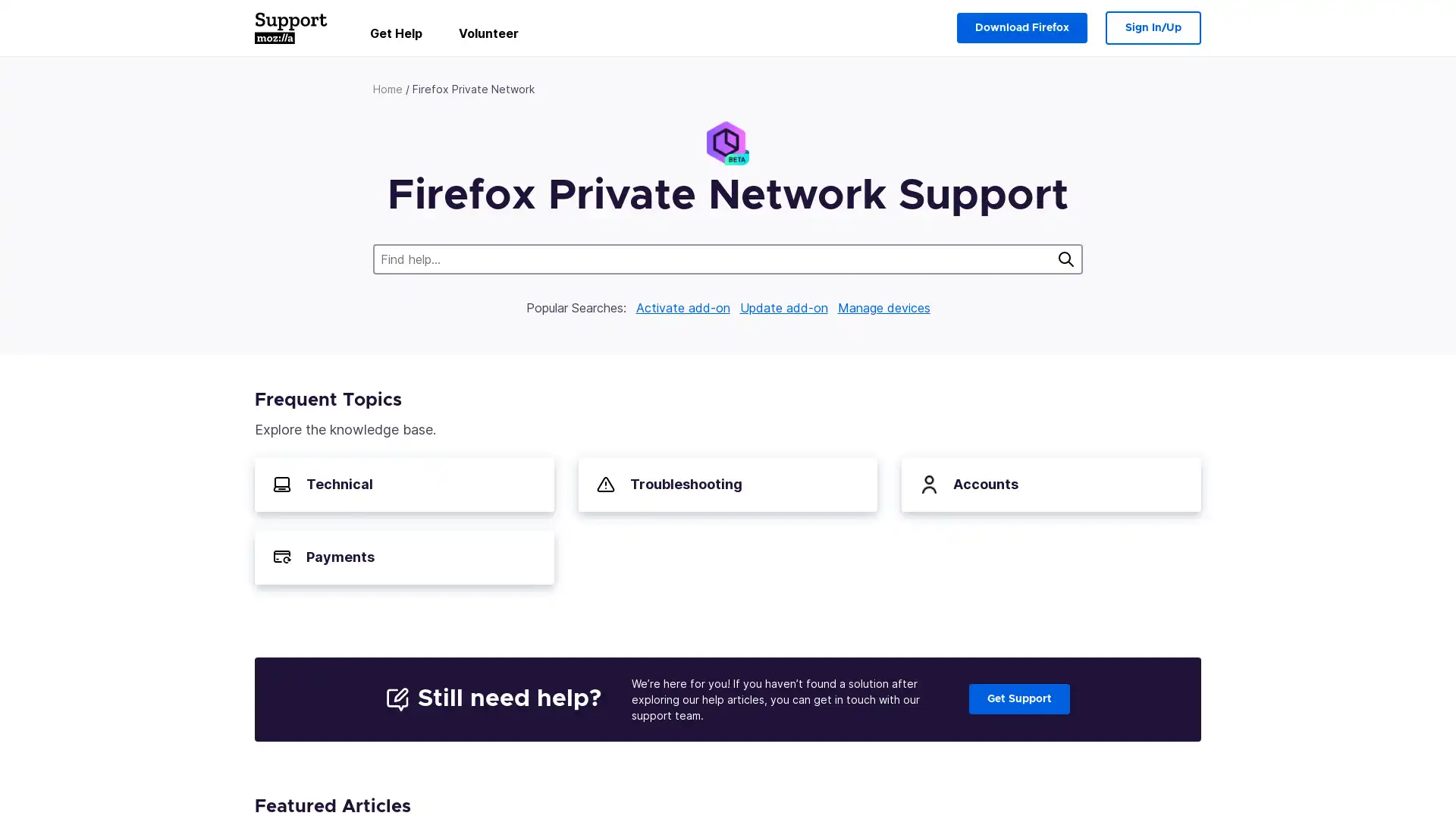  What do you see at coordinates (1065, 259) in the screenshot?
I see `Search` at bounding box center [1065, 259].